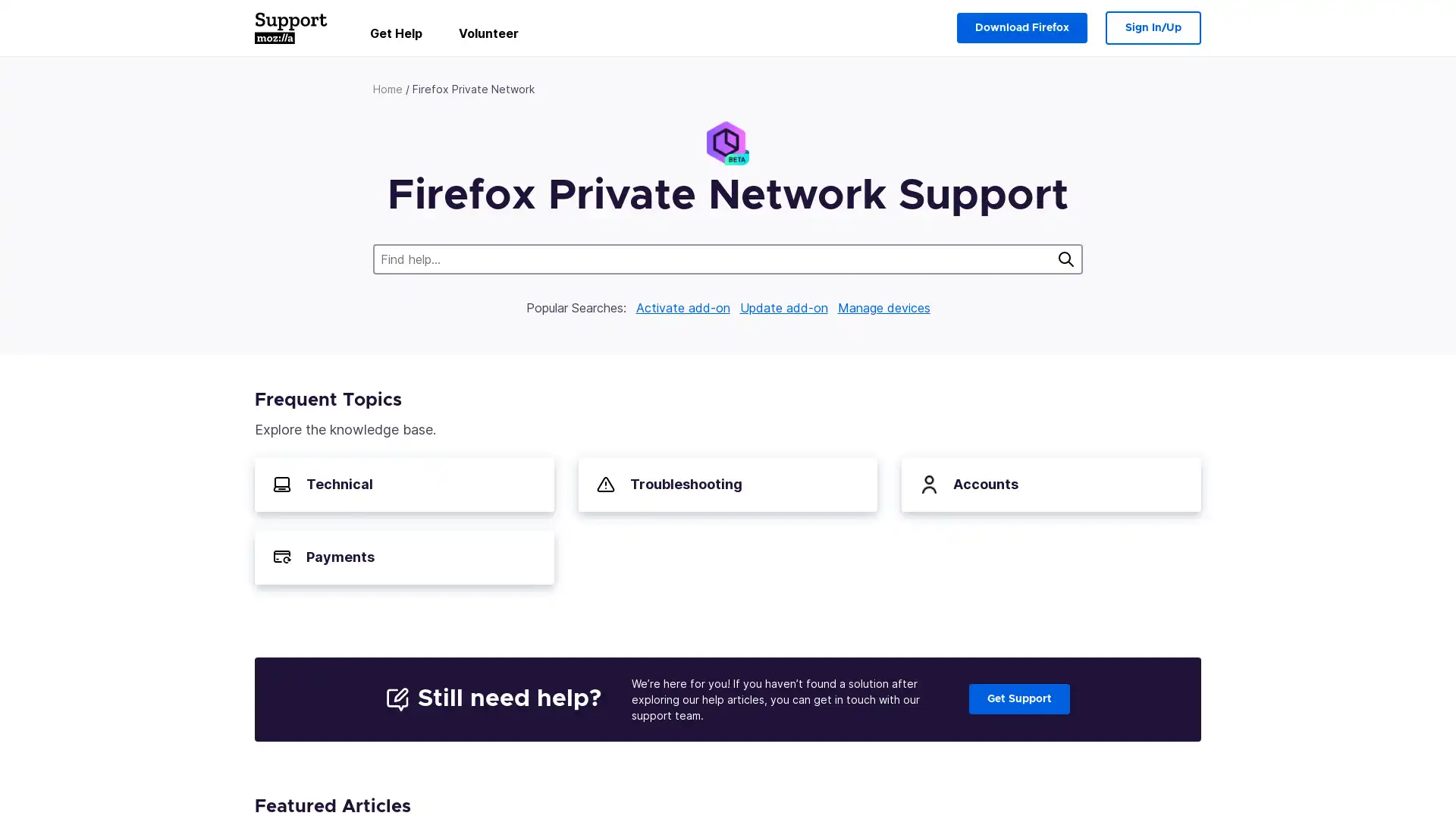  What do you see at coordinates (1065, 259) in the screenshot?
I see `Search` at bounding box center [1065, 259].